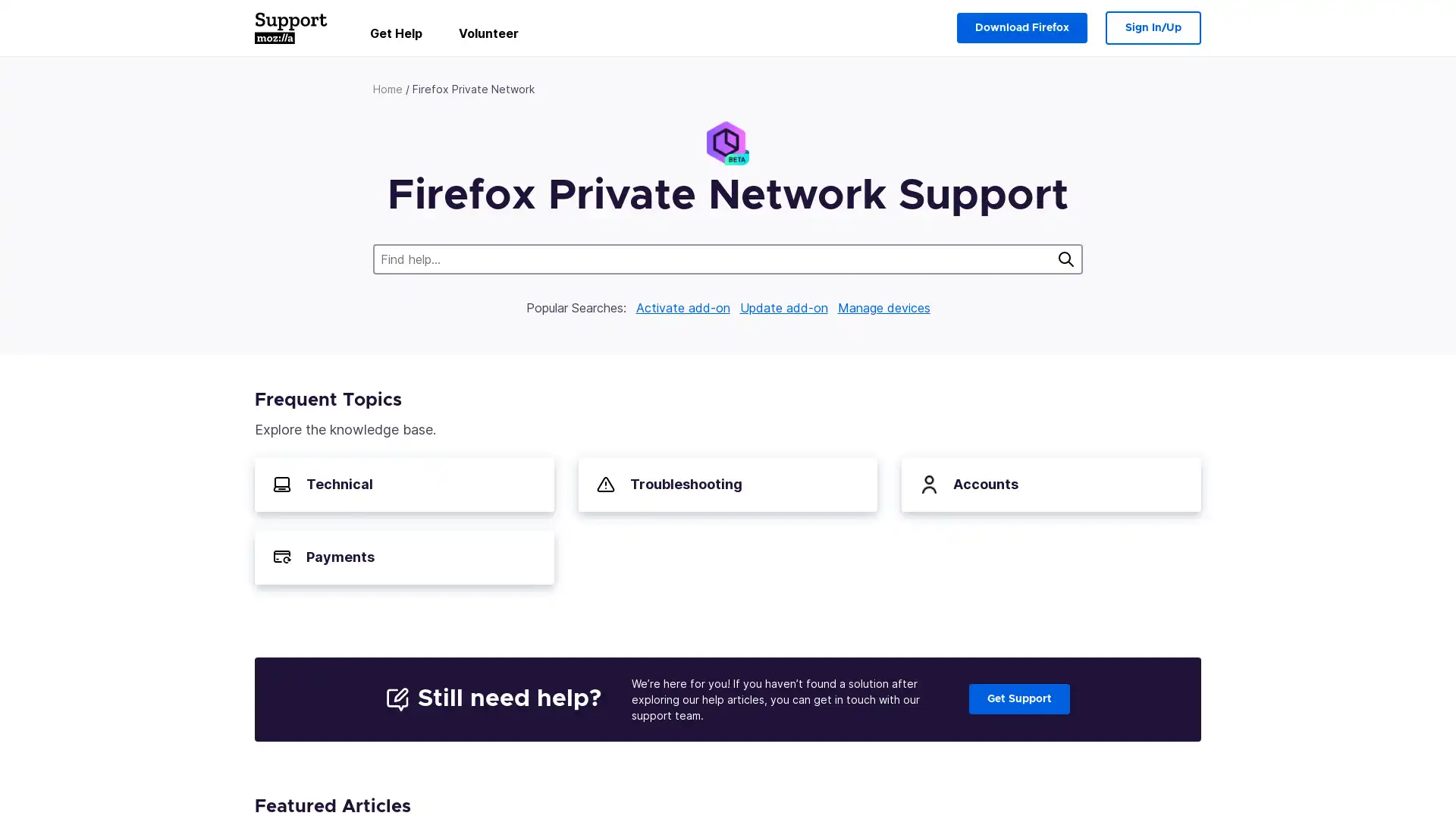  What do you see at coordinates (1065, 259) in the screenshot?
I see `Search` at bounding box center [1065, 259].